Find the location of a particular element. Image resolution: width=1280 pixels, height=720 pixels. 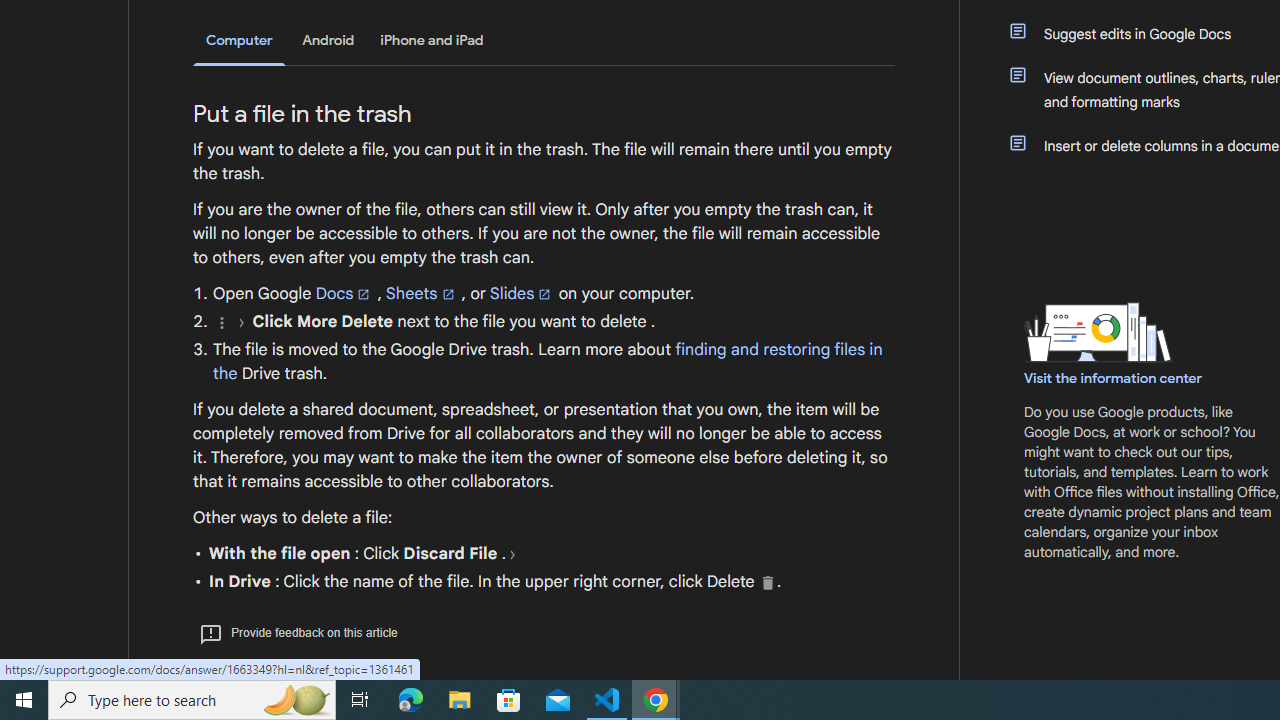

'finding and restoring files in the' is located at coordinates (547, 361).